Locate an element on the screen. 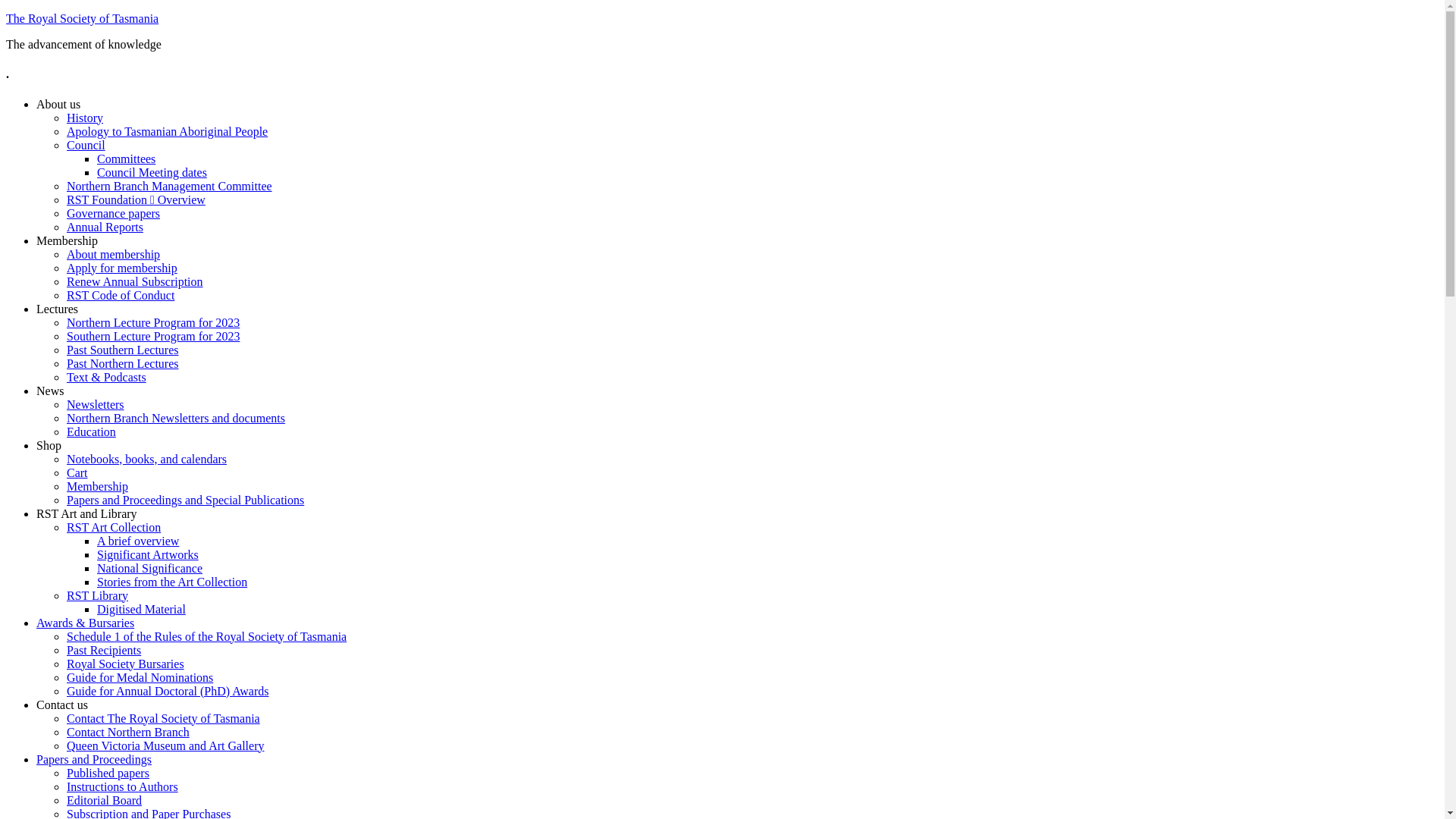 The width and height of the screenshot is (1456, 819). 'Shop' is located at coordinates (49, 444).